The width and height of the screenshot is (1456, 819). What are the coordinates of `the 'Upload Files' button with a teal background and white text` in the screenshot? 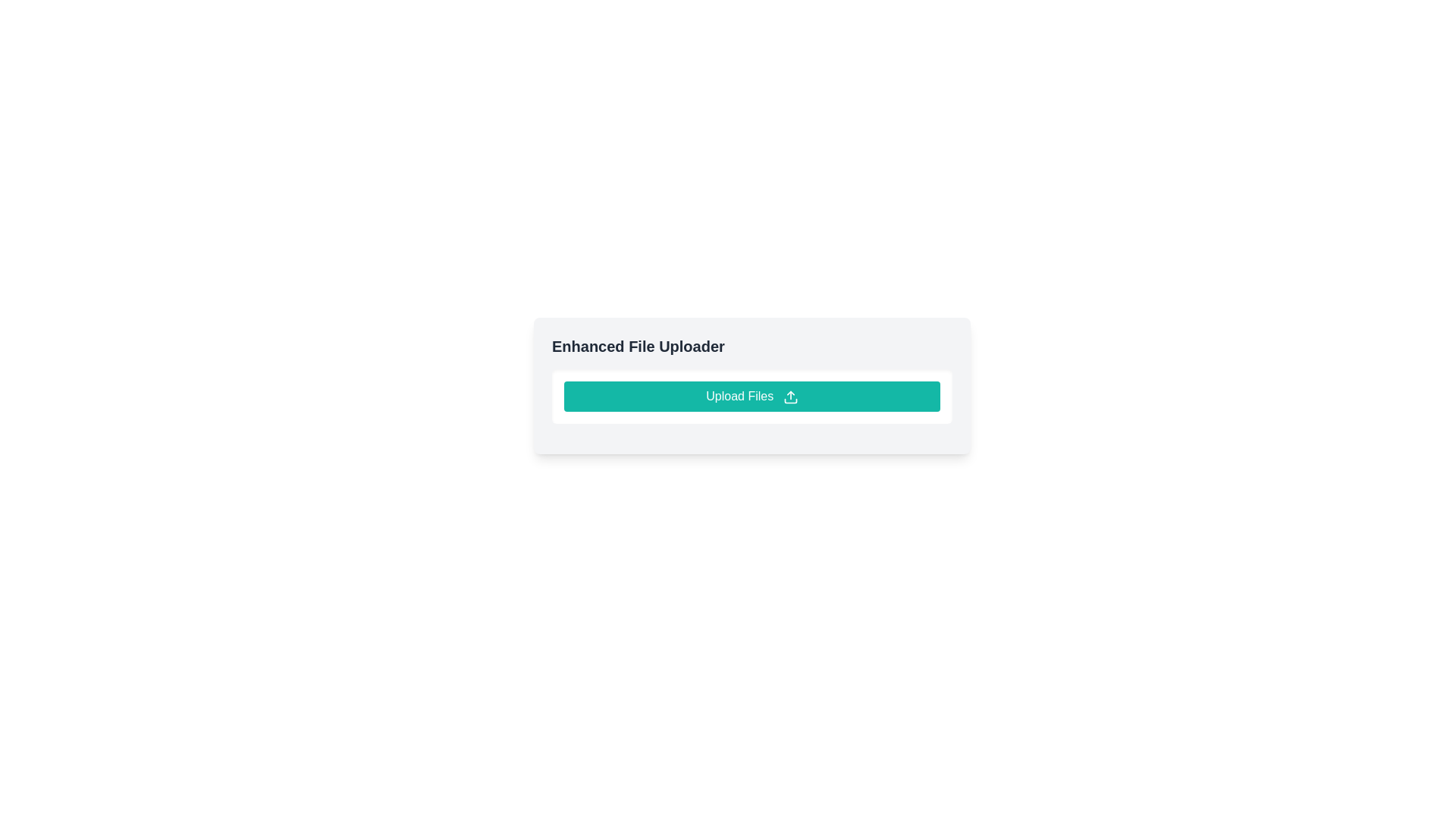 It's located at (752, 396).